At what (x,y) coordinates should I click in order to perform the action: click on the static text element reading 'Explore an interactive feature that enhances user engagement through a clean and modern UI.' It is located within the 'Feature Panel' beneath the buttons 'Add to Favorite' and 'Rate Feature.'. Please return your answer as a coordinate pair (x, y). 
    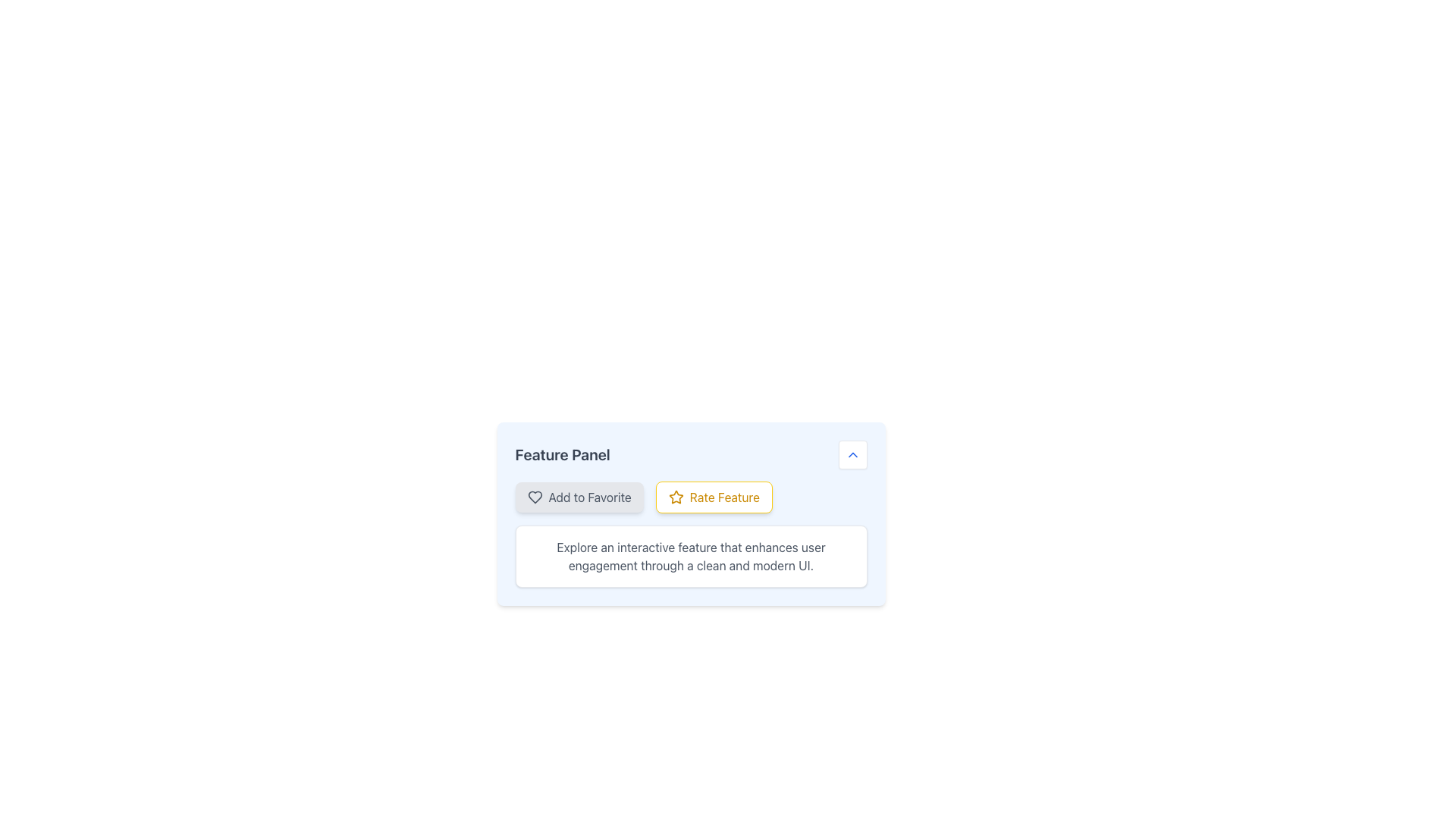
    Looking at the image, I should click on (690, 556).